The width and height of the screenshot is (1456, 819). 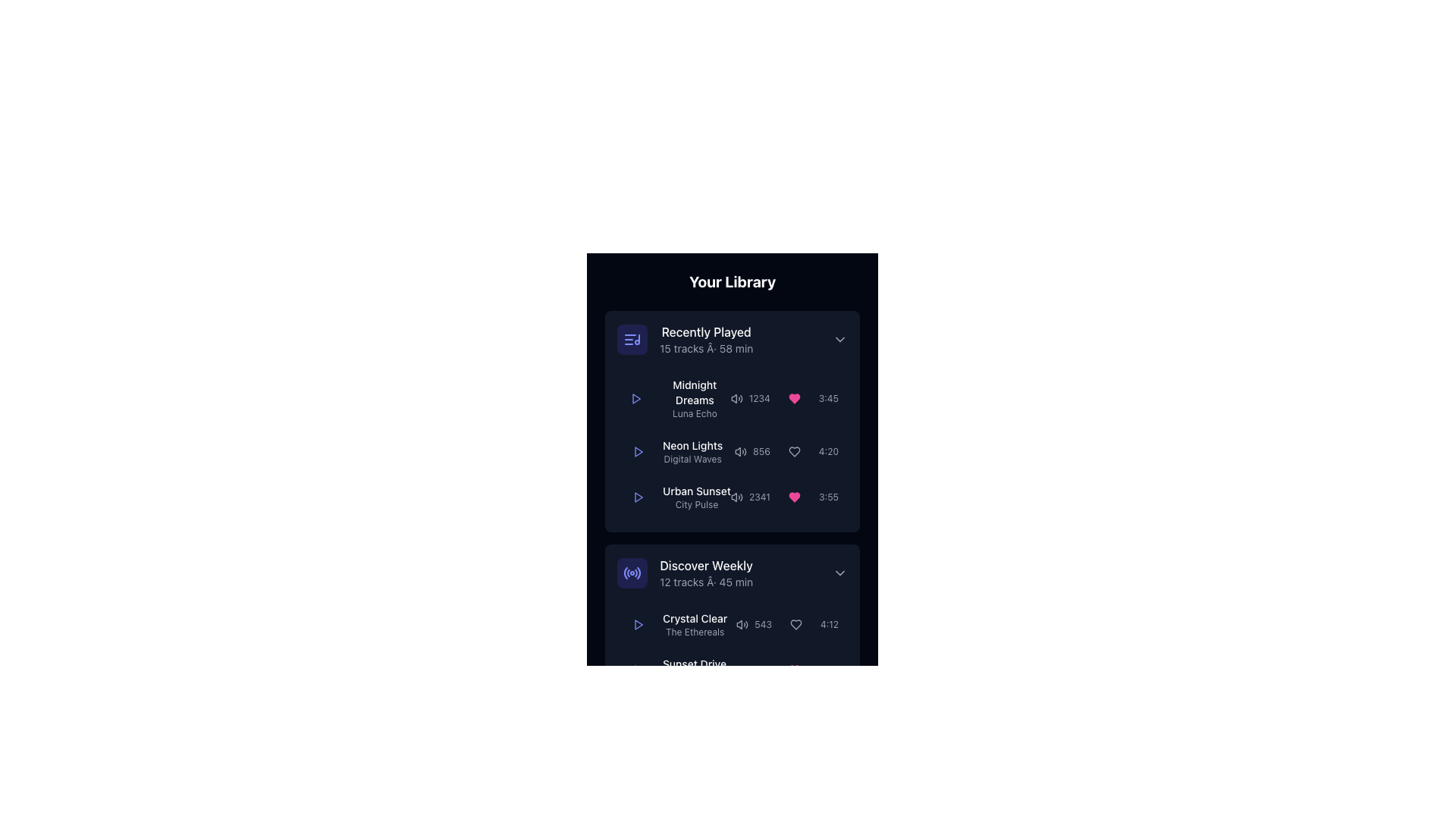 I want to click on the text label displaying 'Urban Sunset' in the 'Recently Played' section of the music library interface, which is styled with white color against a dark background, so click(x=695, y=491).